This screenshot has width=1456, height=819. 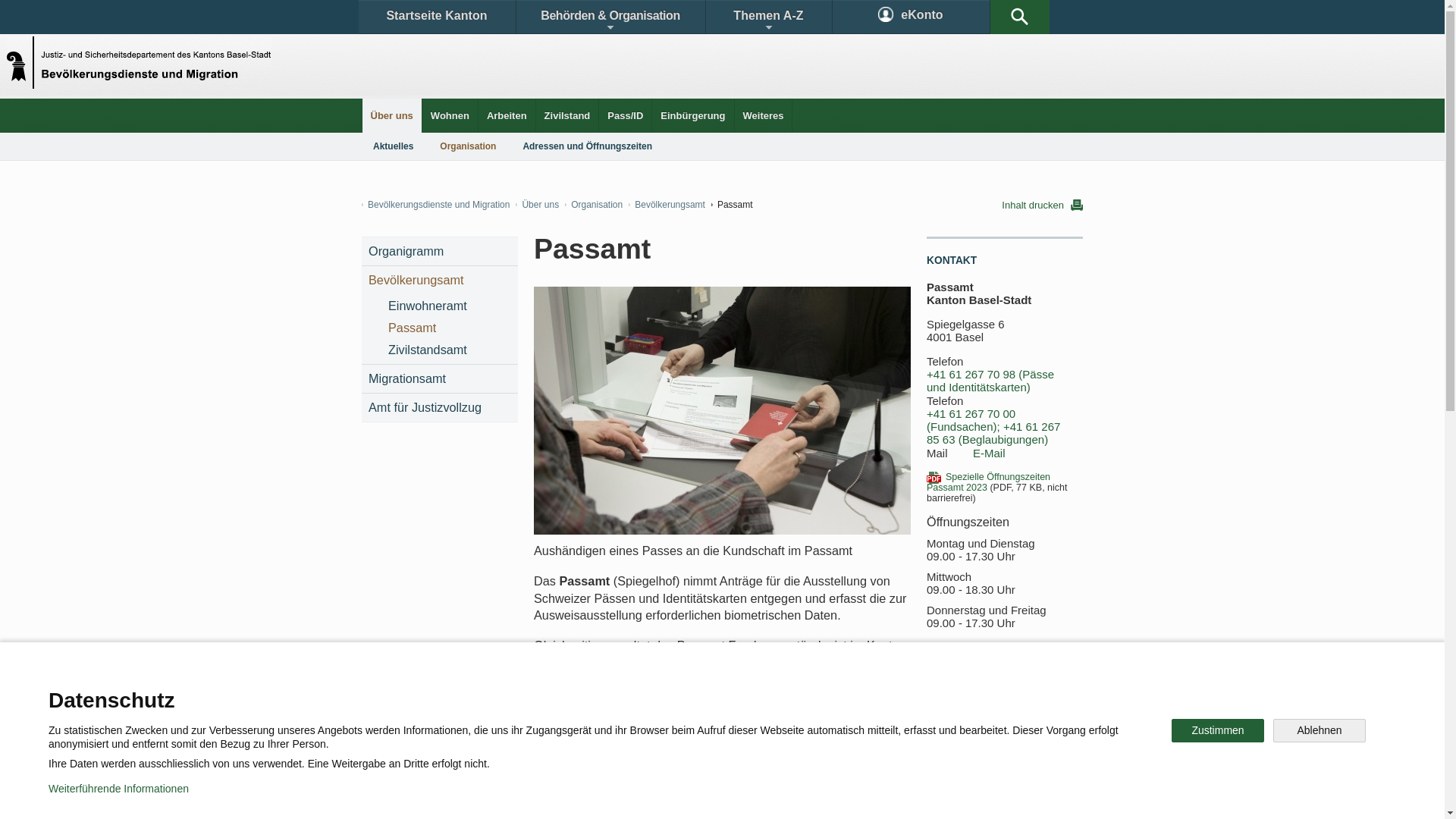 What do you see at coordinates (989, 452) in the screenshot?
I see `'E-Mail'` at bounding box center [989, 452].